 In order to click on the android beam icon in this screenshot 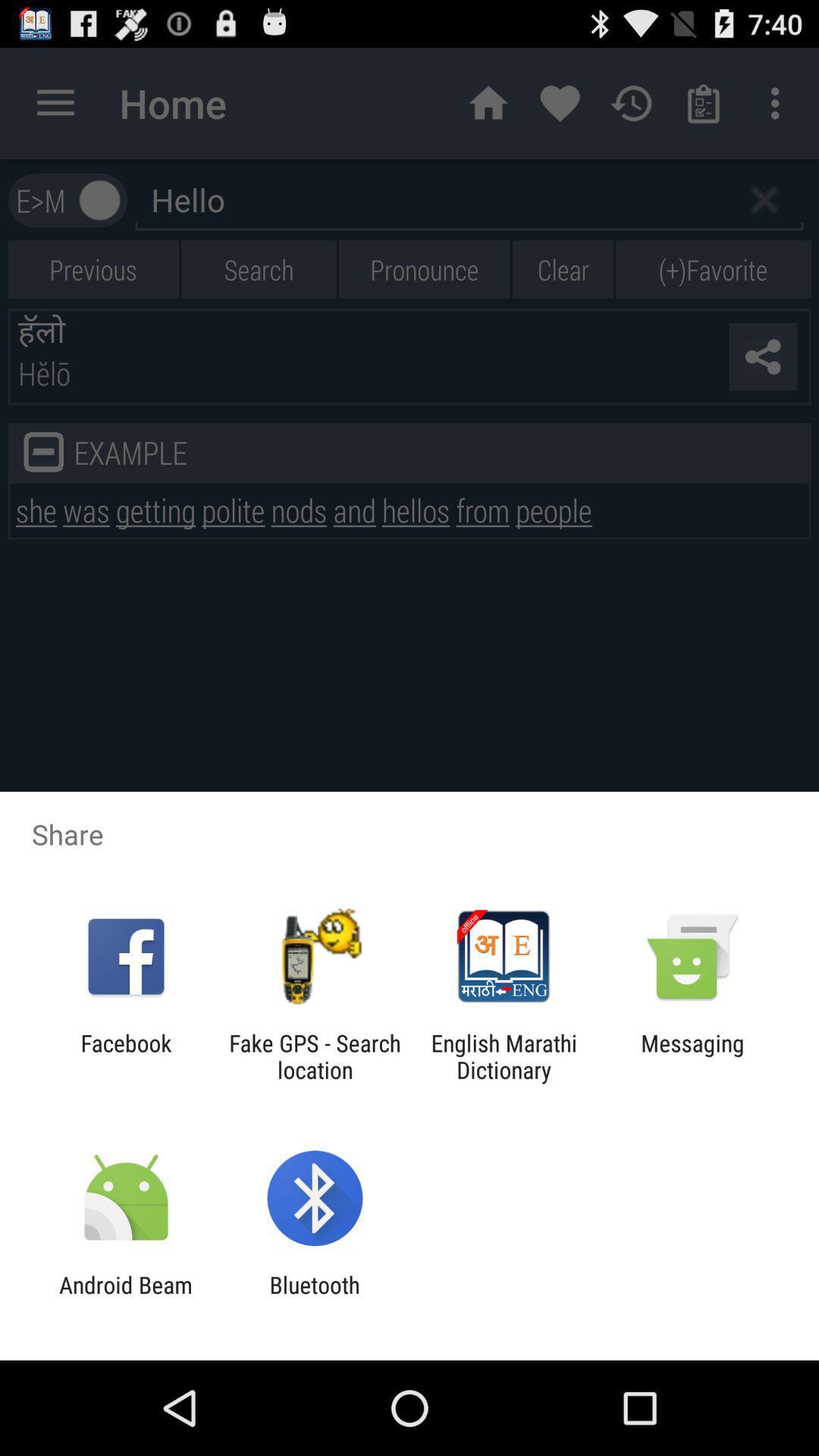, I will do `click(125, 1298)`.